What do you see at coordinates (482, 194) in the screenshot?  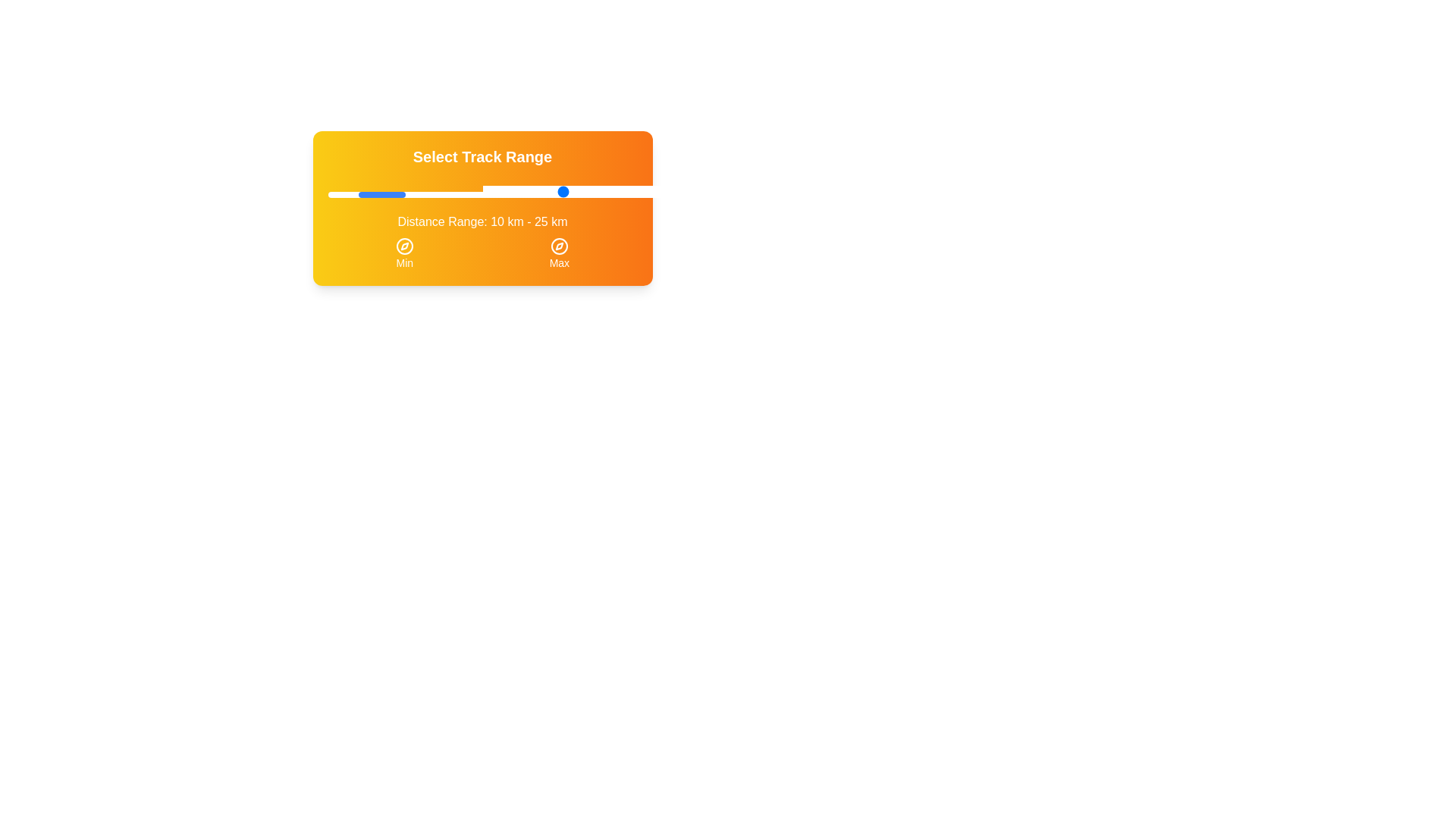 I see `within the bounds of the thin, white rectangular progress bar background that is centrally aligned in the 'Select Track Range' section` at bounding box center [482, 194].